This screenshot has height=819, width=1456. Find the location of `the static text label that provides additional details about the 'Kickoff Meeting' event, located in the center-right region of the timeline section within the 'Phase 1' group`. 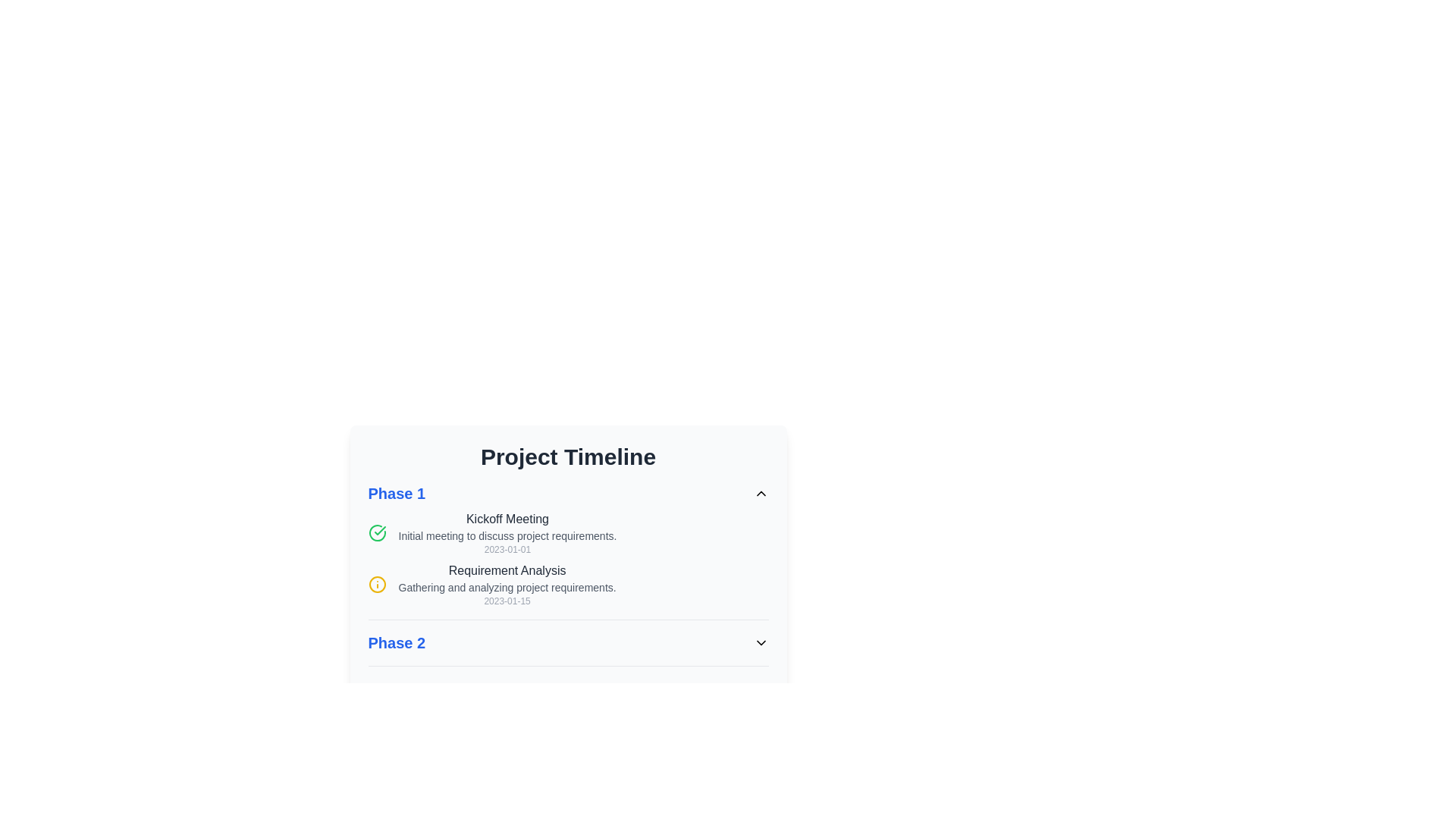

the static text label that provides additional details about the 'Kickoff Meeting' event, located in the center-right region of the timeline section within the 'Phase 1' group is located at coordinates (507, 535).